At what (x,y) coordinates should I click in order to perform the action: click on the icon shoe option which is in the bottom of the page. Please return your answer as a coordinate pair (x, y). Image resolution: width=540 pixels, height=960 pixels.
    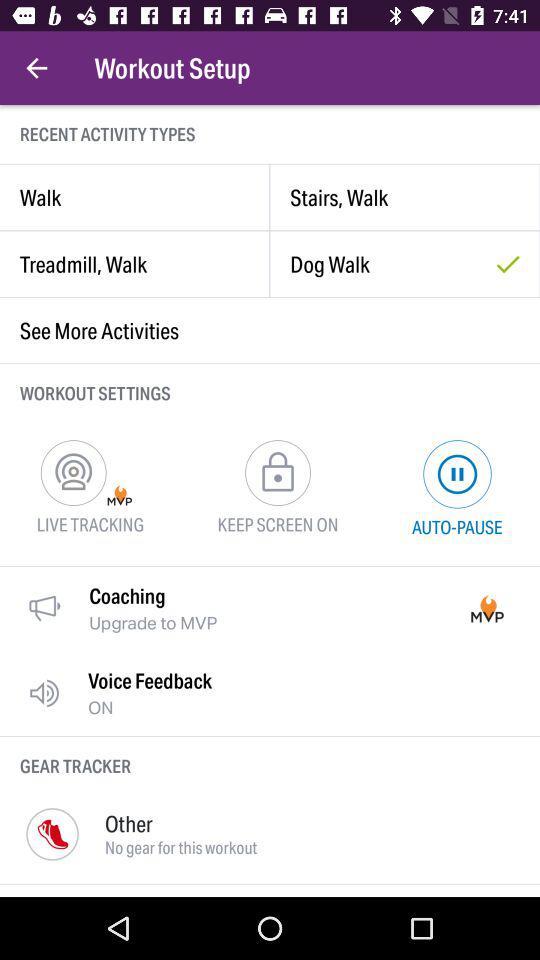
    Looking at the image, I should click on (52, 834).